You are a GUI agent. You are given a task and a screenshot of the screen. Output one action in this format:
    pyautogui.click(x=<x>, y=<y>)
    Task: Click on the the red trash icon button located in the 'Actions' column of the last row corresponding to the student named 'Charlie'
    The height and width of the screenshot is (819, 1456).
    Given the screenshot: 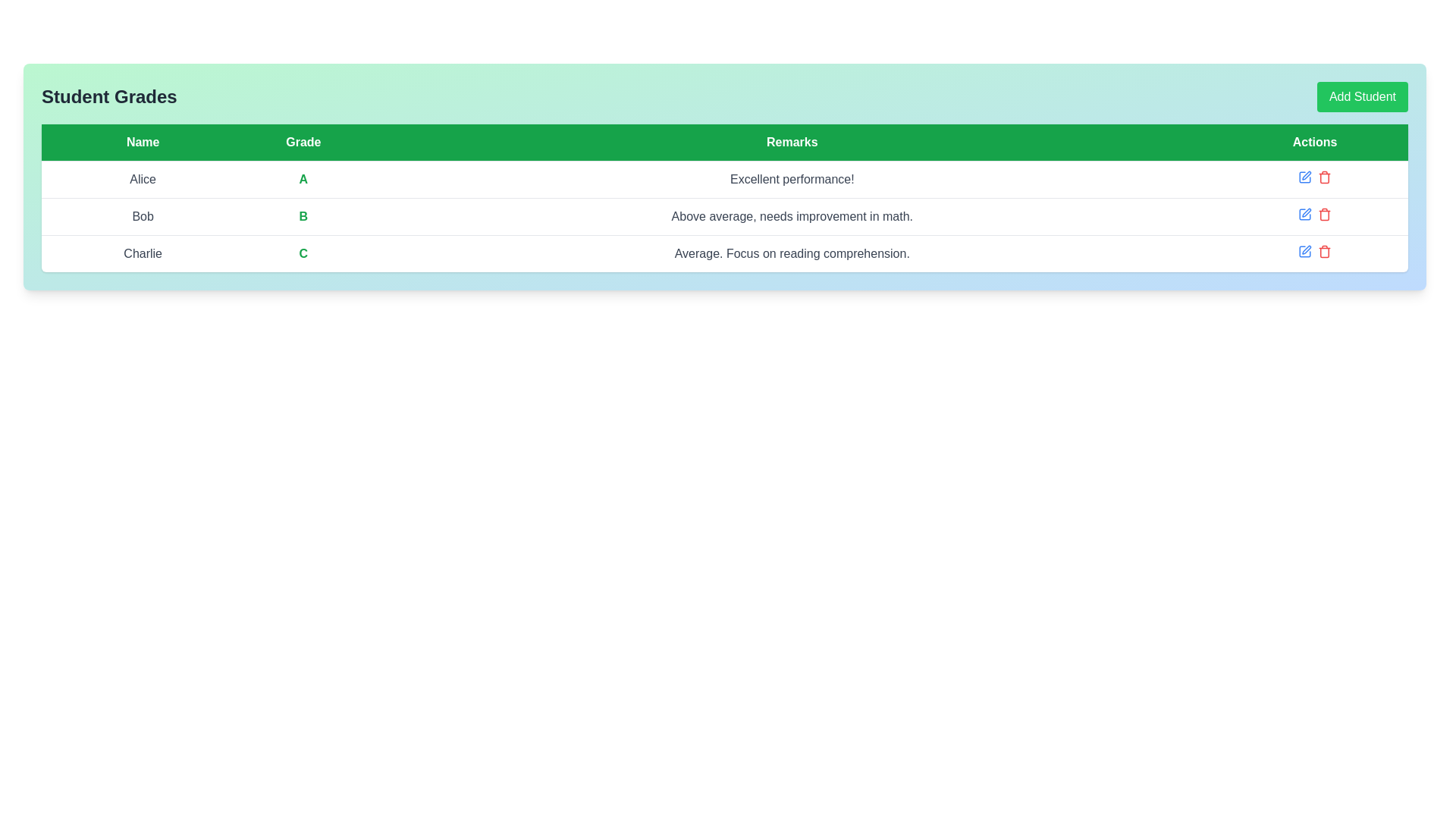 What is the action you would take?
    pyautogui.click(x=1324, y=250)
    